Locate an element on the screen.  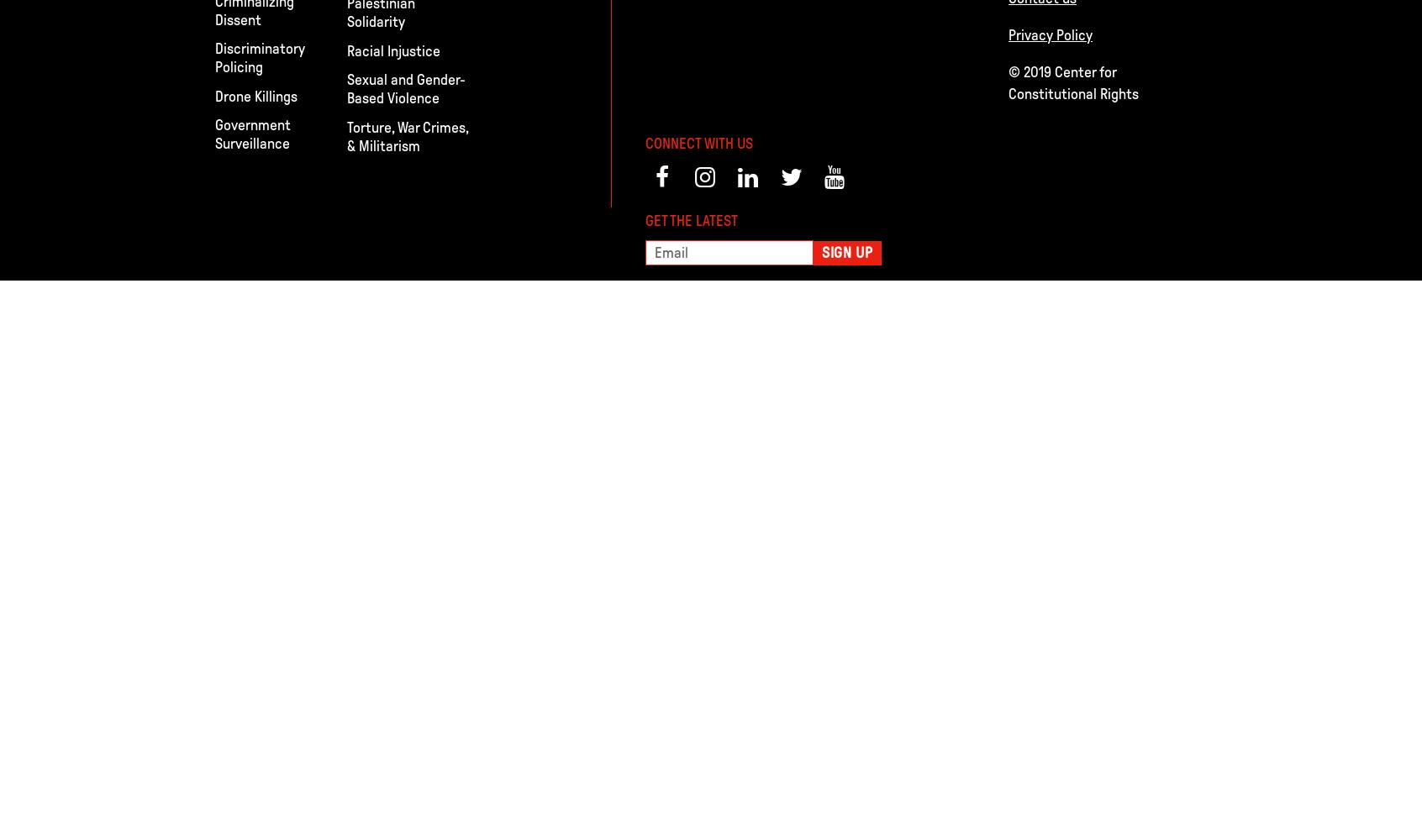
'Connect With Us' is located at coordinates (644, 143).